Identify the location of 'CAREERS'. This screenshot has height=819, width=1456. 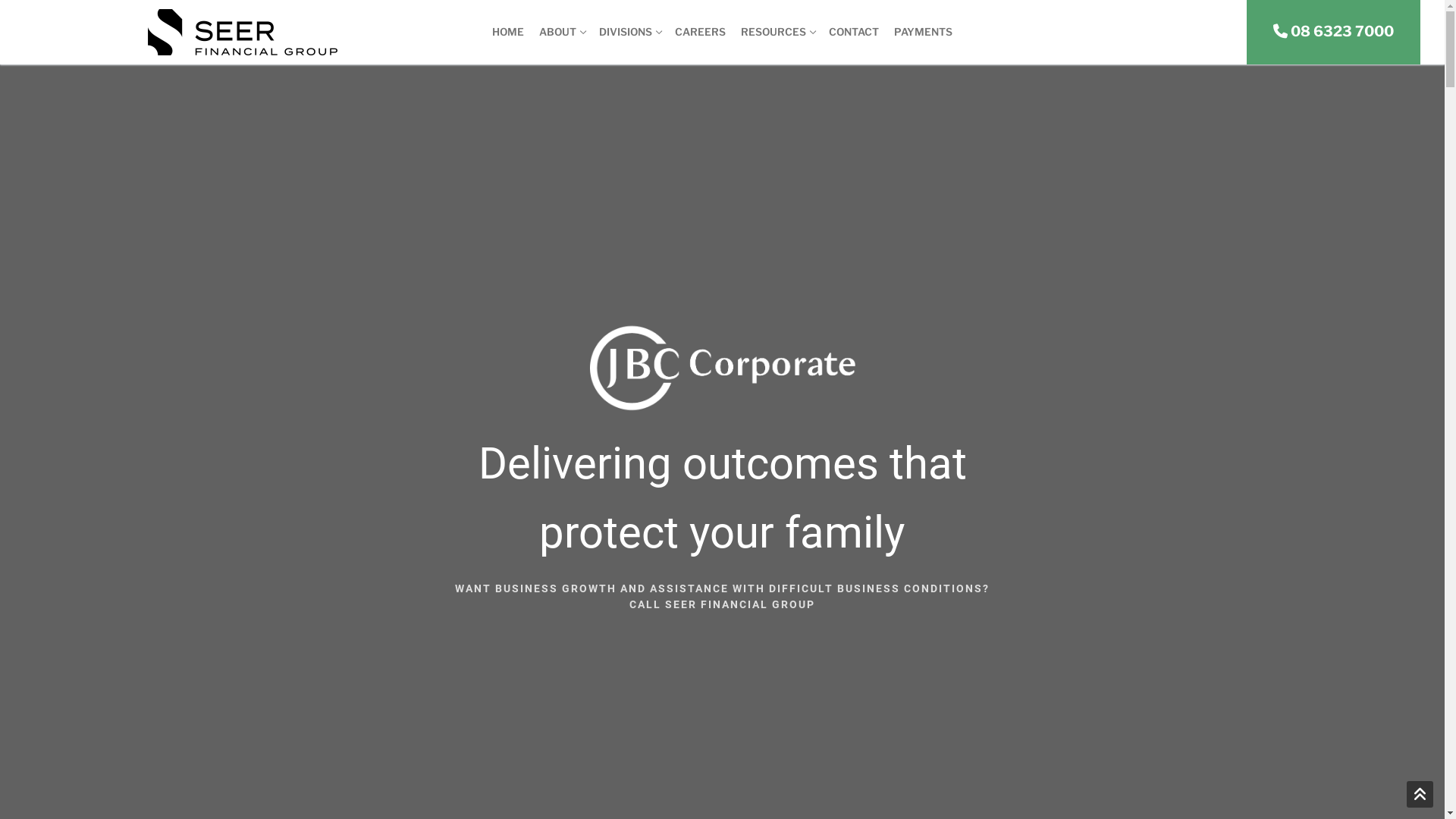
(699, 32).